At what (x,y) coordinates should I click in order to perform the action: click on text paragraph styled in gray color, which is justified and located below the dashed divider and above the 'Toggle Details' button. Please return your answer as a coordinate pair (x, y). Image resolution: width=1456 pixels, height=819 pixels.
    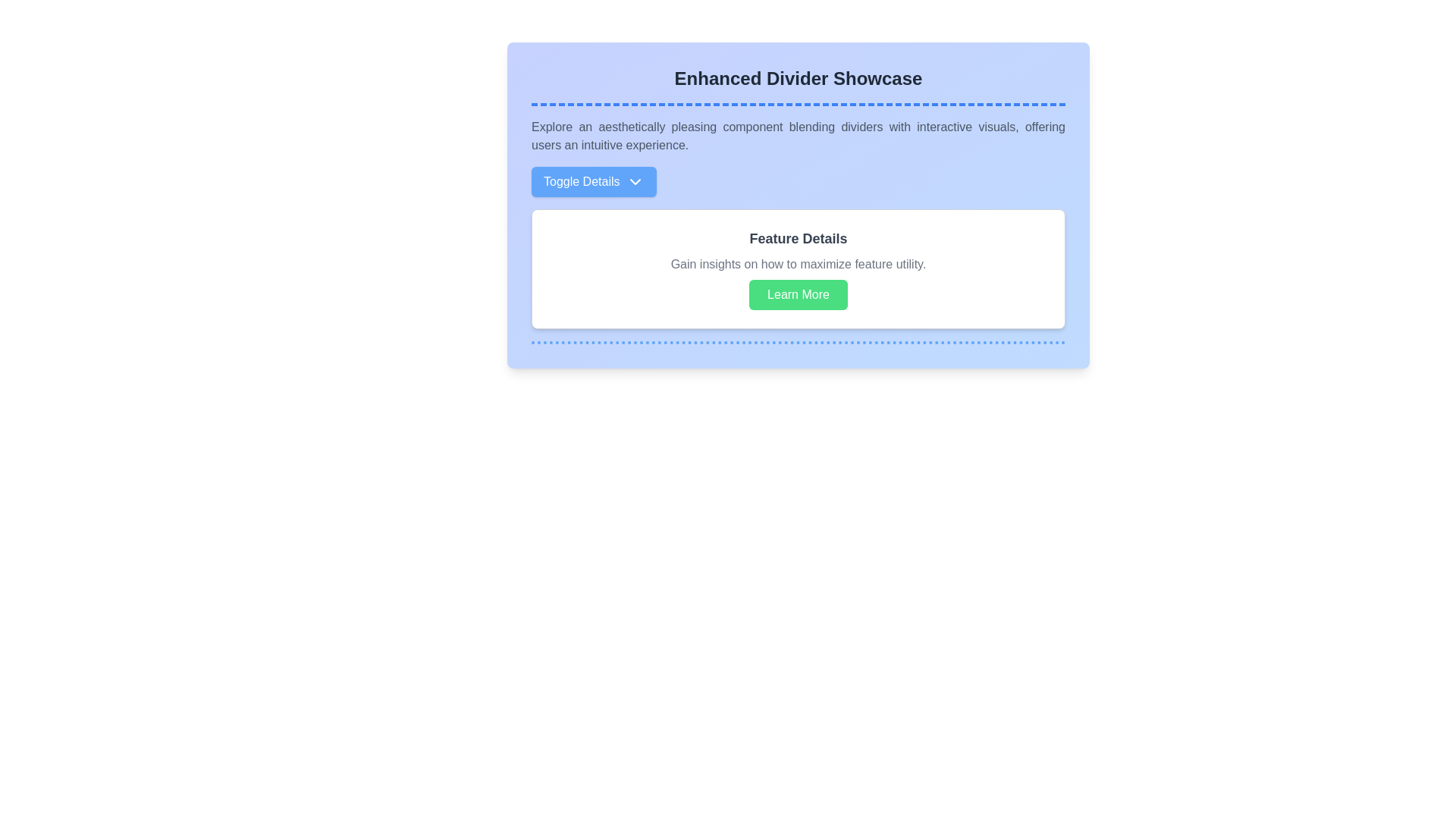
    Looking at the image, I should click on (797, 136).